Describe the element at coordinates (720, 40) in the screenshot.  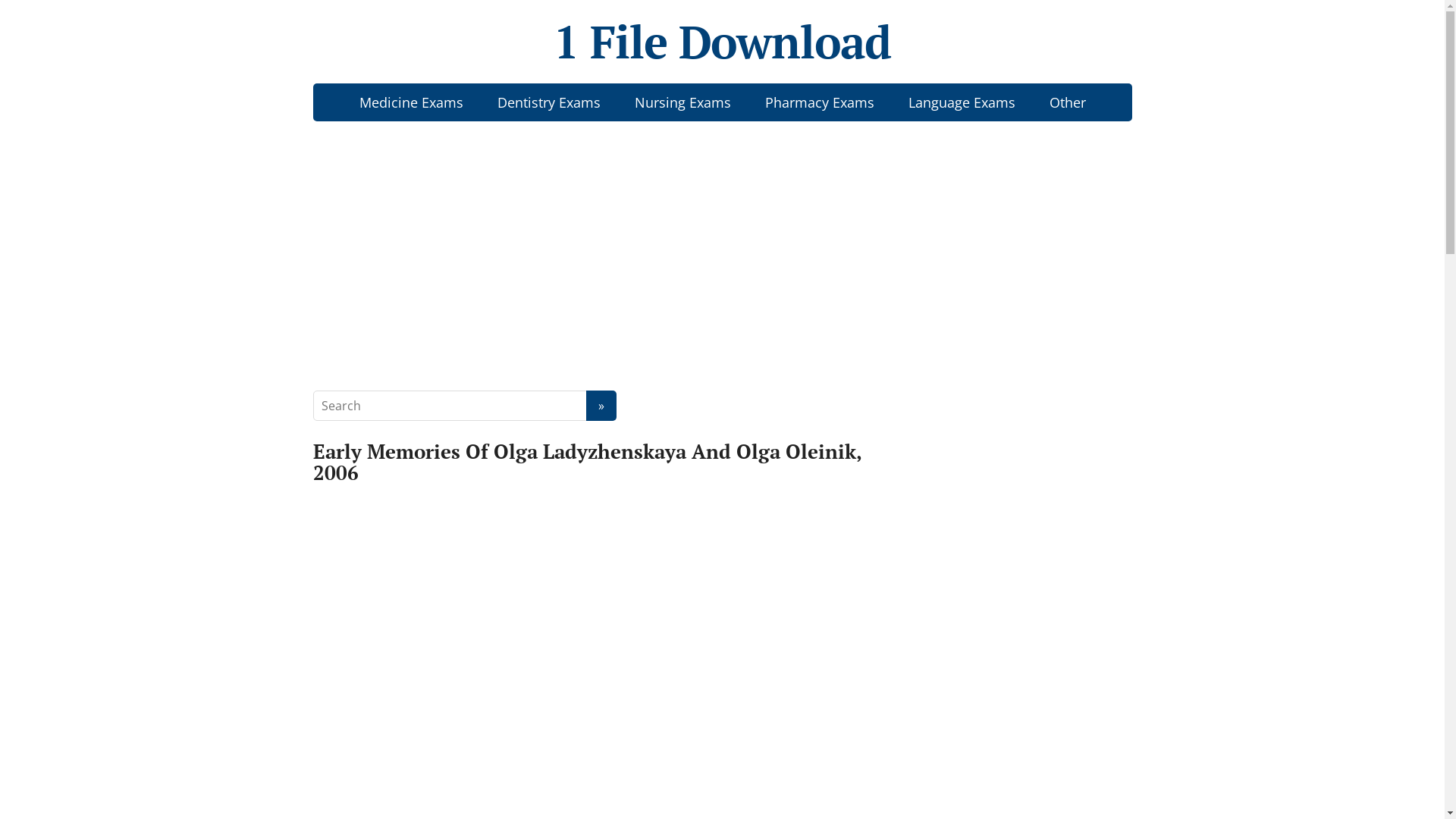
I see `'1 File Download'` at that location.